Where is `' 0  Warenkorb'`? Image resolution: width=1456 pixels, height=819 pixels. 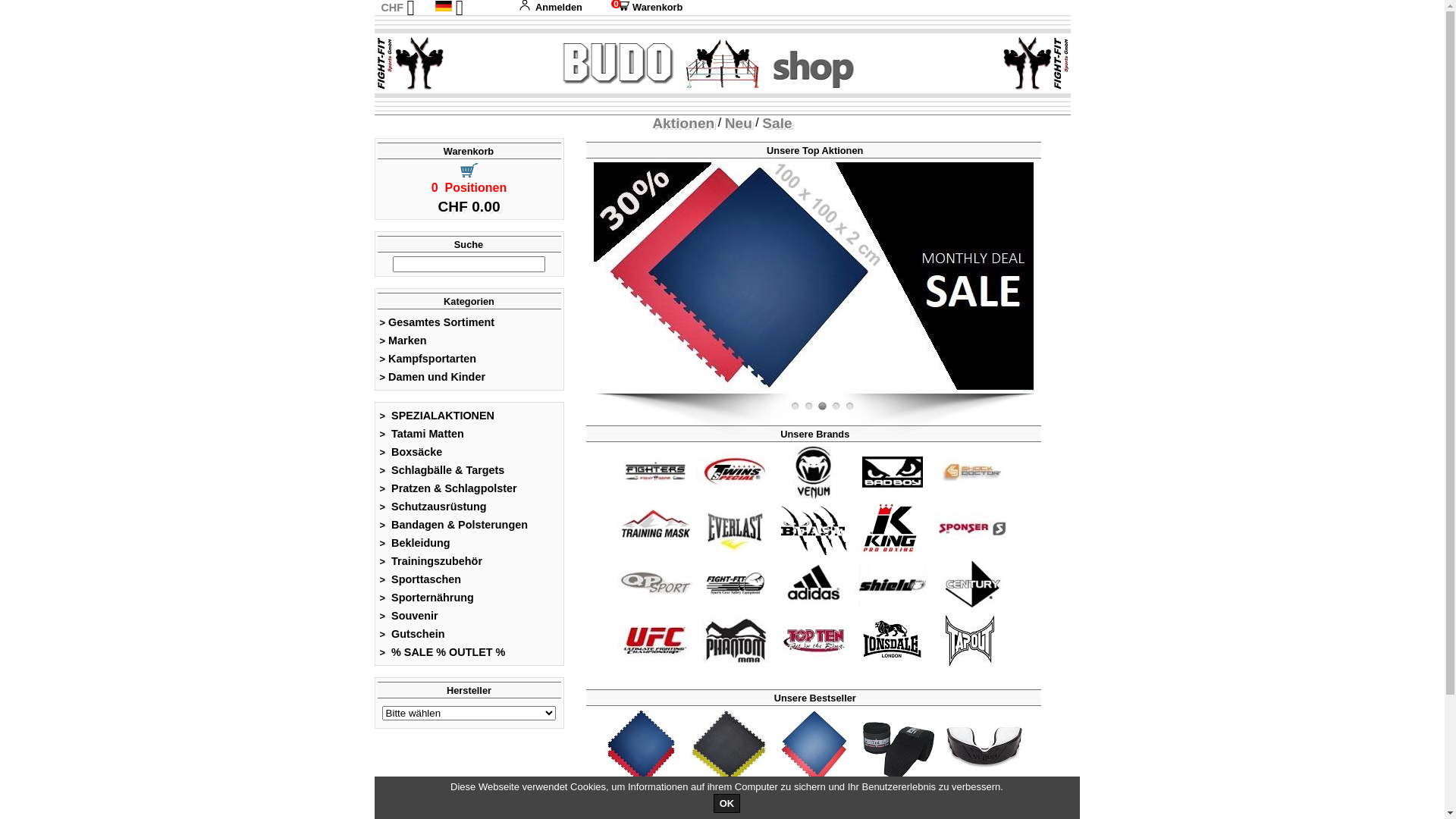
' 0  Warenkorb' is located at coordinates (604, 7).